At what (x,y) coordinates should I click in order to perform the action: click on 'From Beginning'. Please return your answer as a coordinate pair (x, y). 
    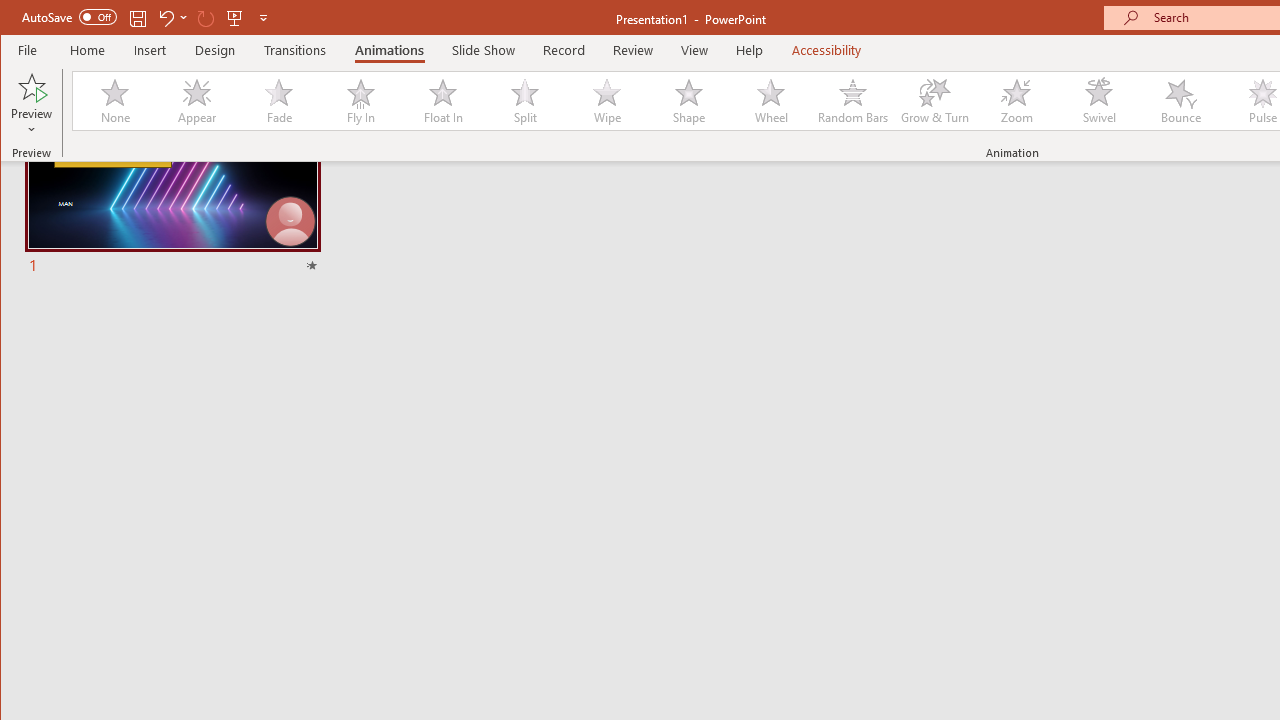
    Looking at the image, I should click on (235, 17).